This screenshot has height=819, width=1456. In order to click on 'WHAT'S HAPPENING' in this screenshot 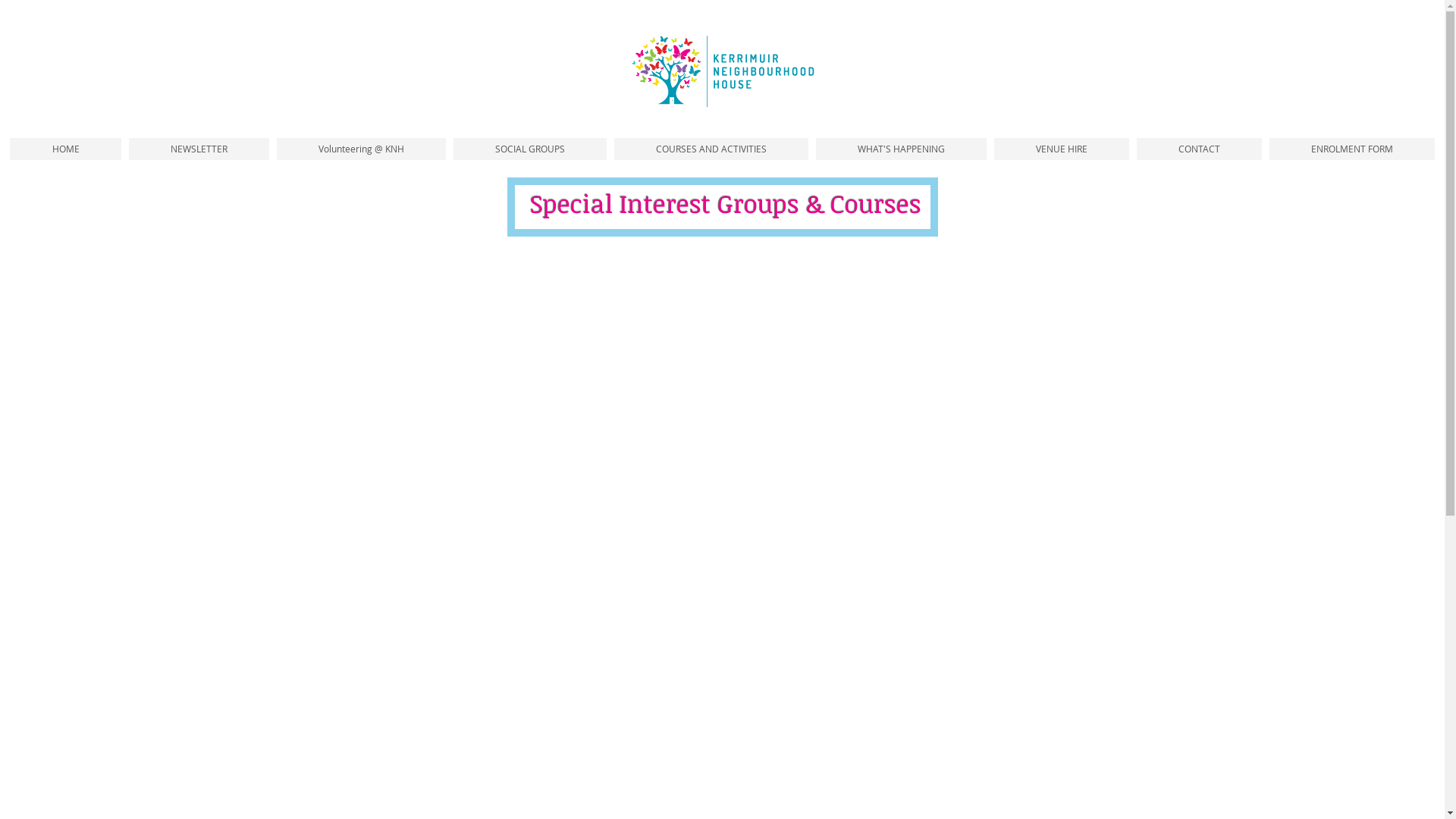, I will do `click(901, 149)`.